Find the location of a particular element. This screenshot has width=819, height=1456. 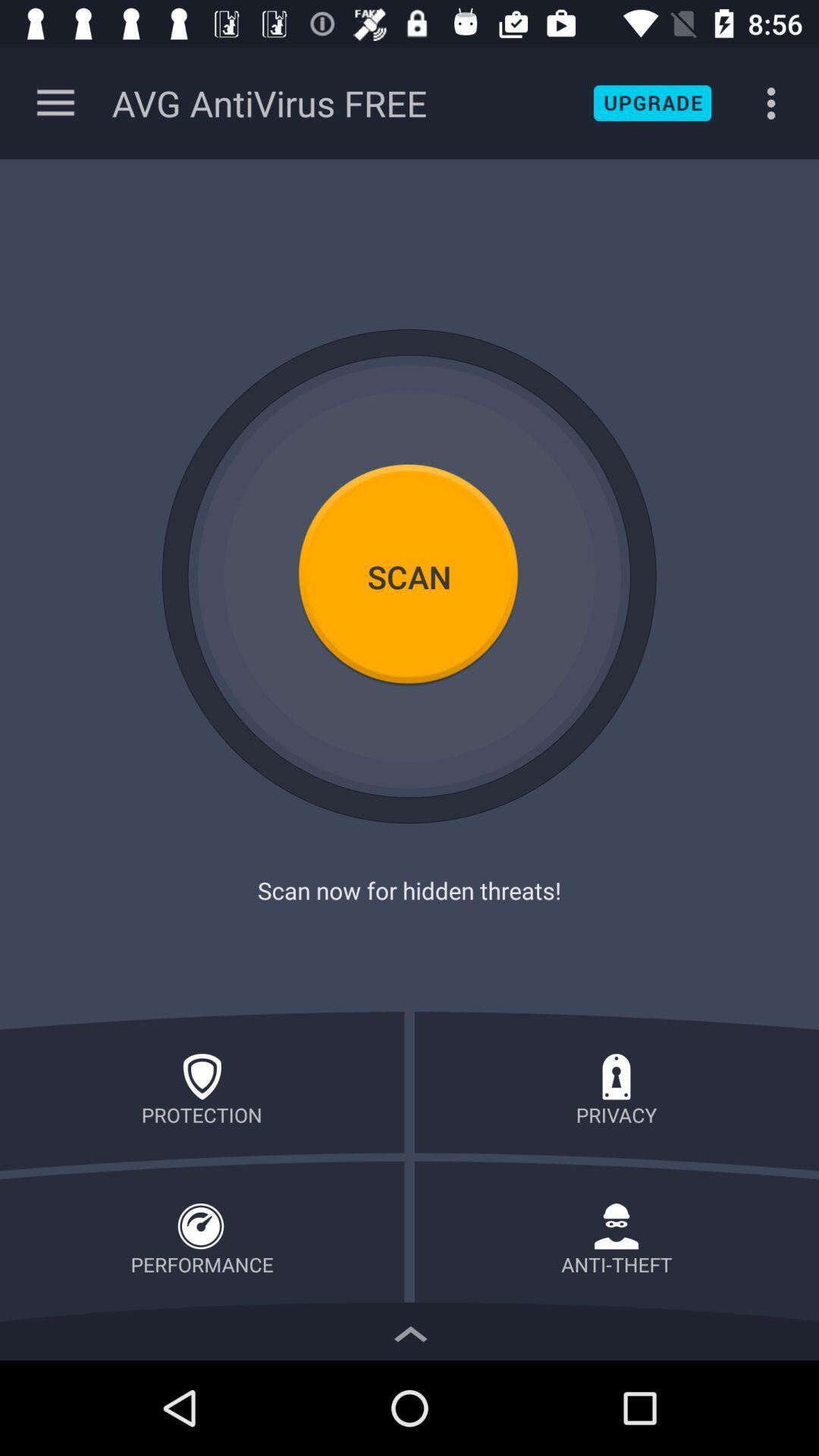

upgrade application to premium version is located at coordinates (651, 102).